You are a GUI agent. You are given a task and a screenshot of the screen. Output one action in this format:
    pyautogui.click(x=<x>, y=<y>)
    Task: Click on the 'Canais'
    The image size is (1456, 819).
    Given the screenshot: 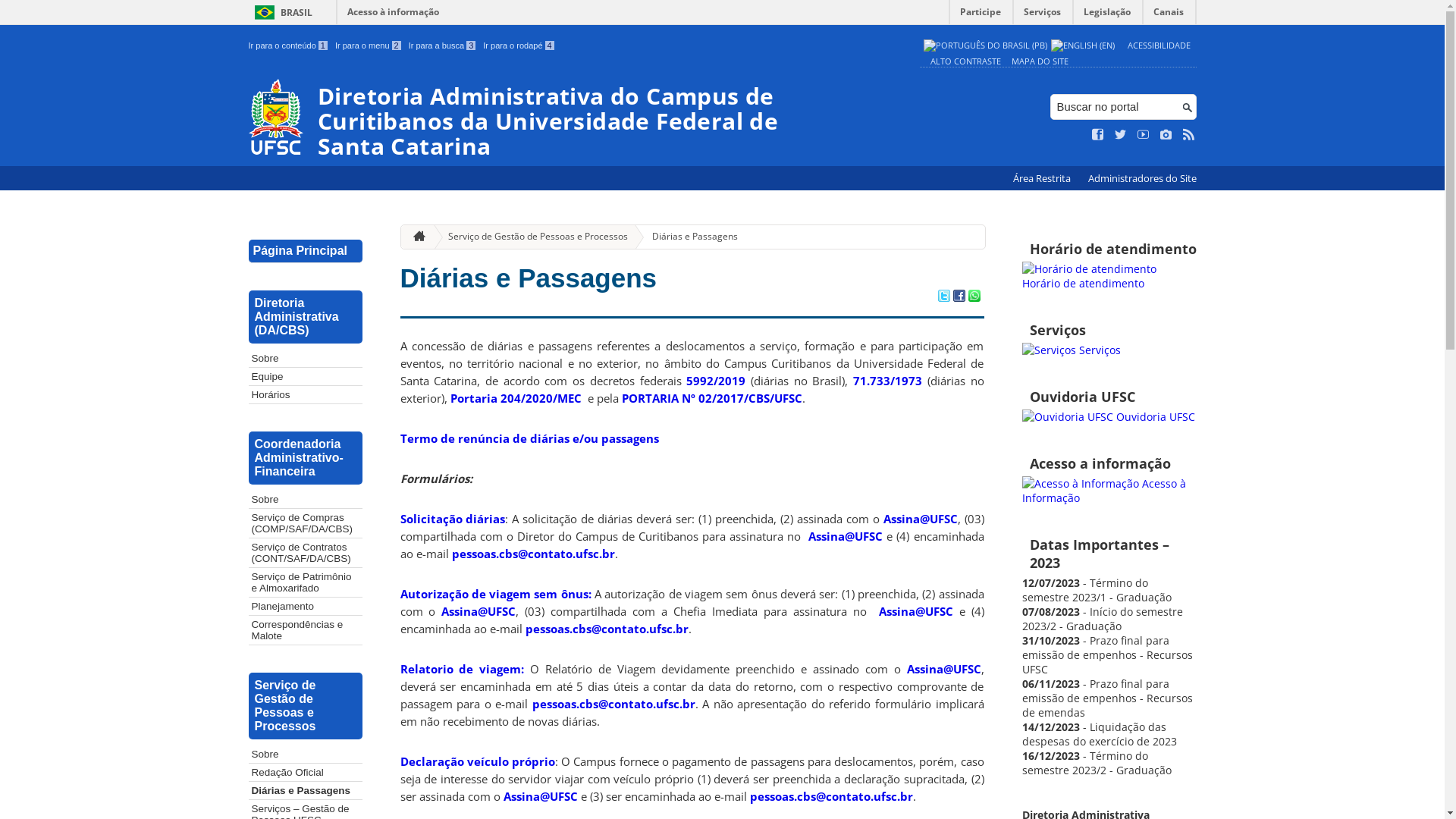 What is the action you would take?
    pyautogui.click(x=1168, y=15)
    